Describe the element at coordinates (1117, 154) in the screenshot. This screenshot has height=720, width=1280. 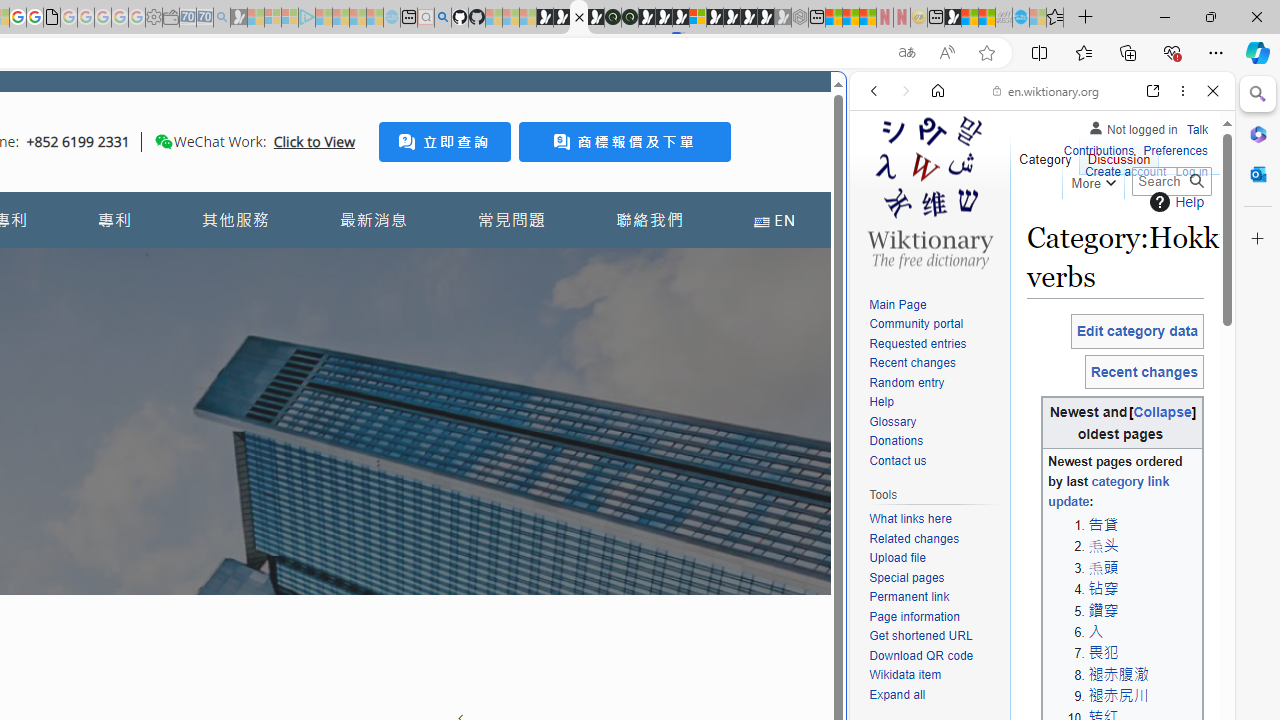
I see `'Discussion'` at that location.